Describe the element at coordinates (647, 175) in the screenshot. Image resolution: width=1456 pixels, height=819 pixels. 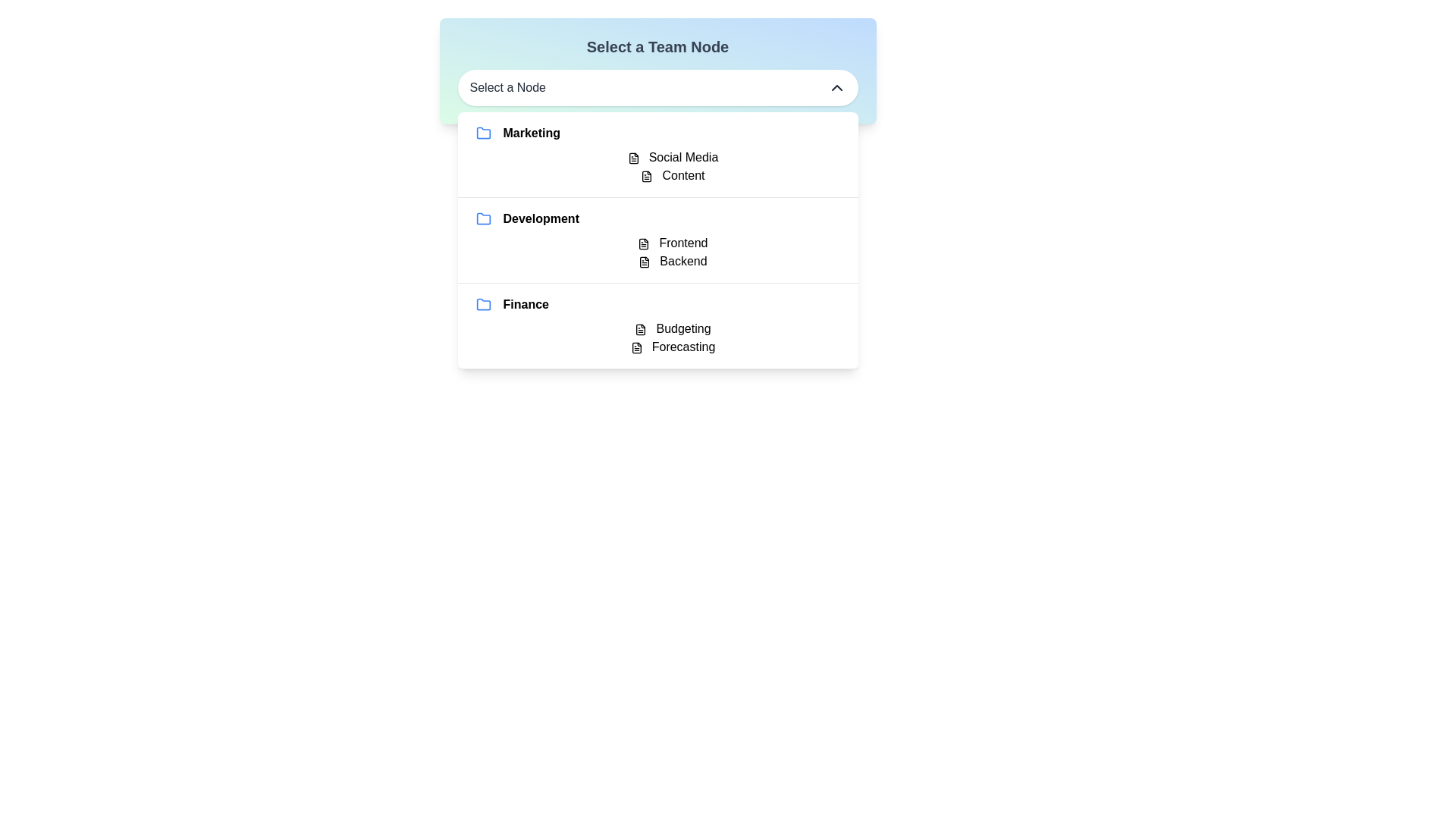
I see `the 'Content' icon under the 'Marketing' section in the dropdown interface, which is the first icon associated with a textual label` at that location.